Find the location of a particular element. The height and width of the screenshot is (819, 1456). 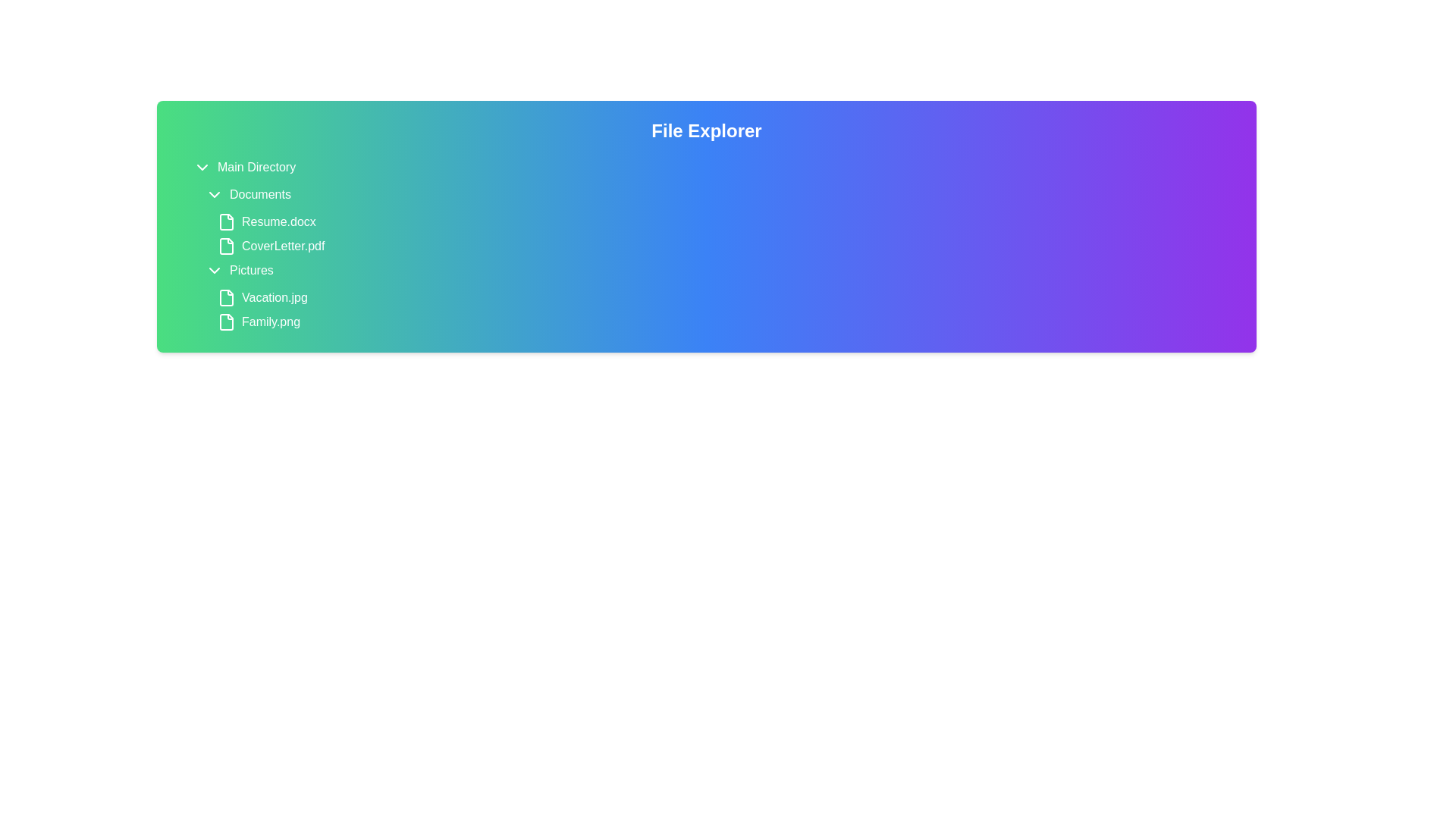

the text label representing the filename 'Resume.docx' is located at coordinates (278, 222).